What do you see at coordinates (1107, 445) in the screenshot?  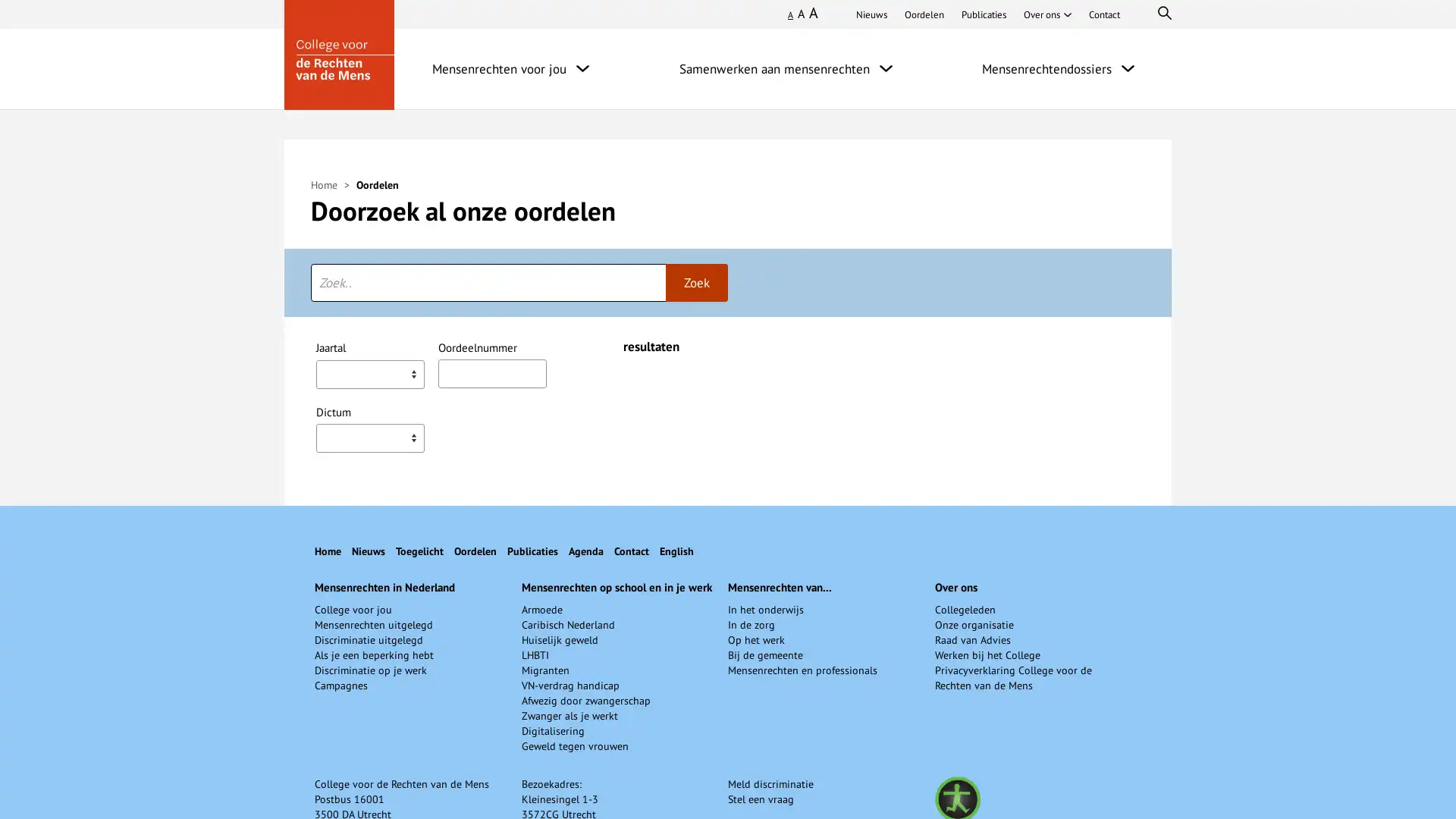 I see `Geslacht,` at bounding box center [1107, 445].